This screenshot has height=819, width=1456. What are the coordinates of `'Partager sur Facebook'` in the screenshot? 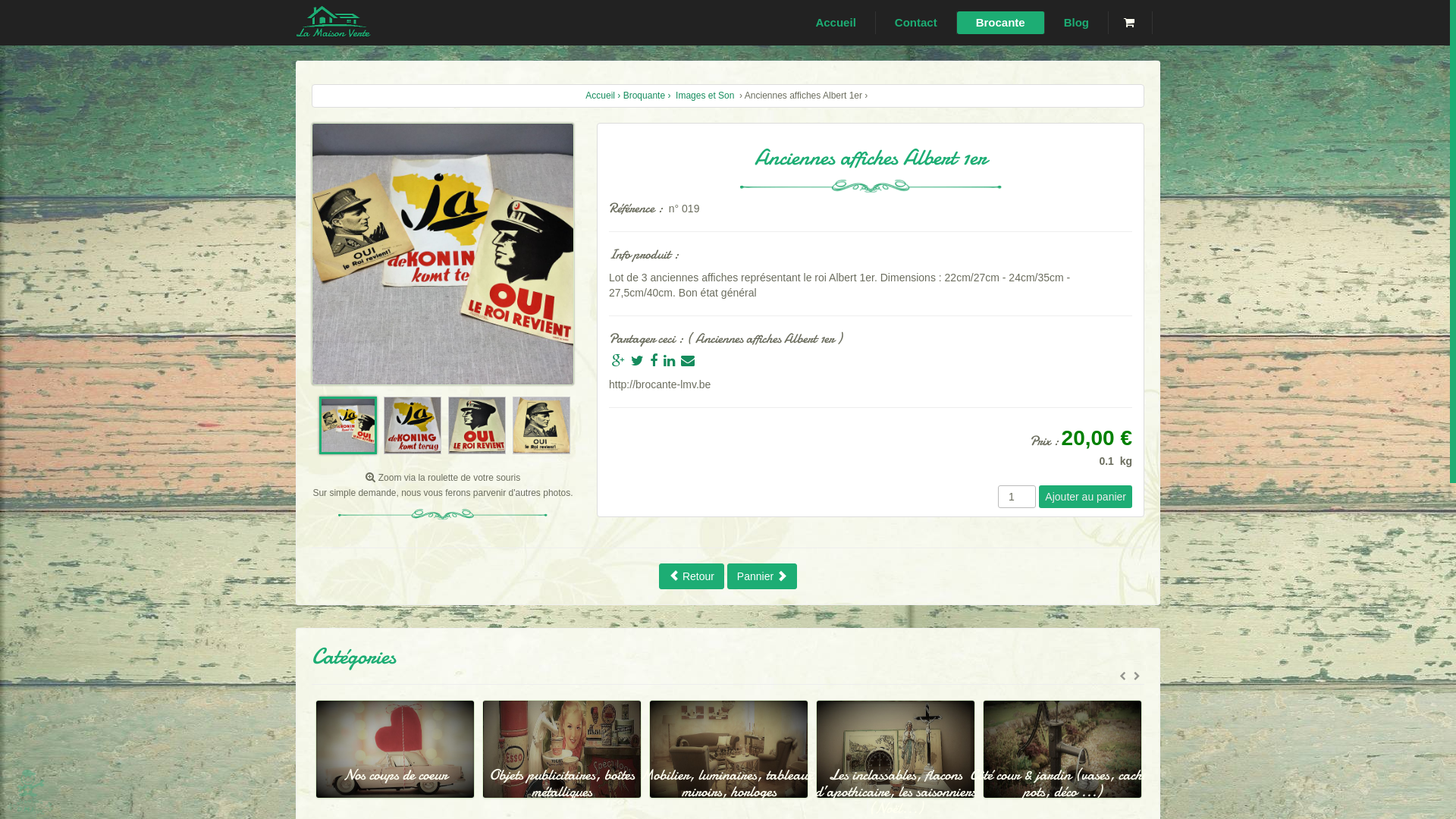 It's located at (654, 361).